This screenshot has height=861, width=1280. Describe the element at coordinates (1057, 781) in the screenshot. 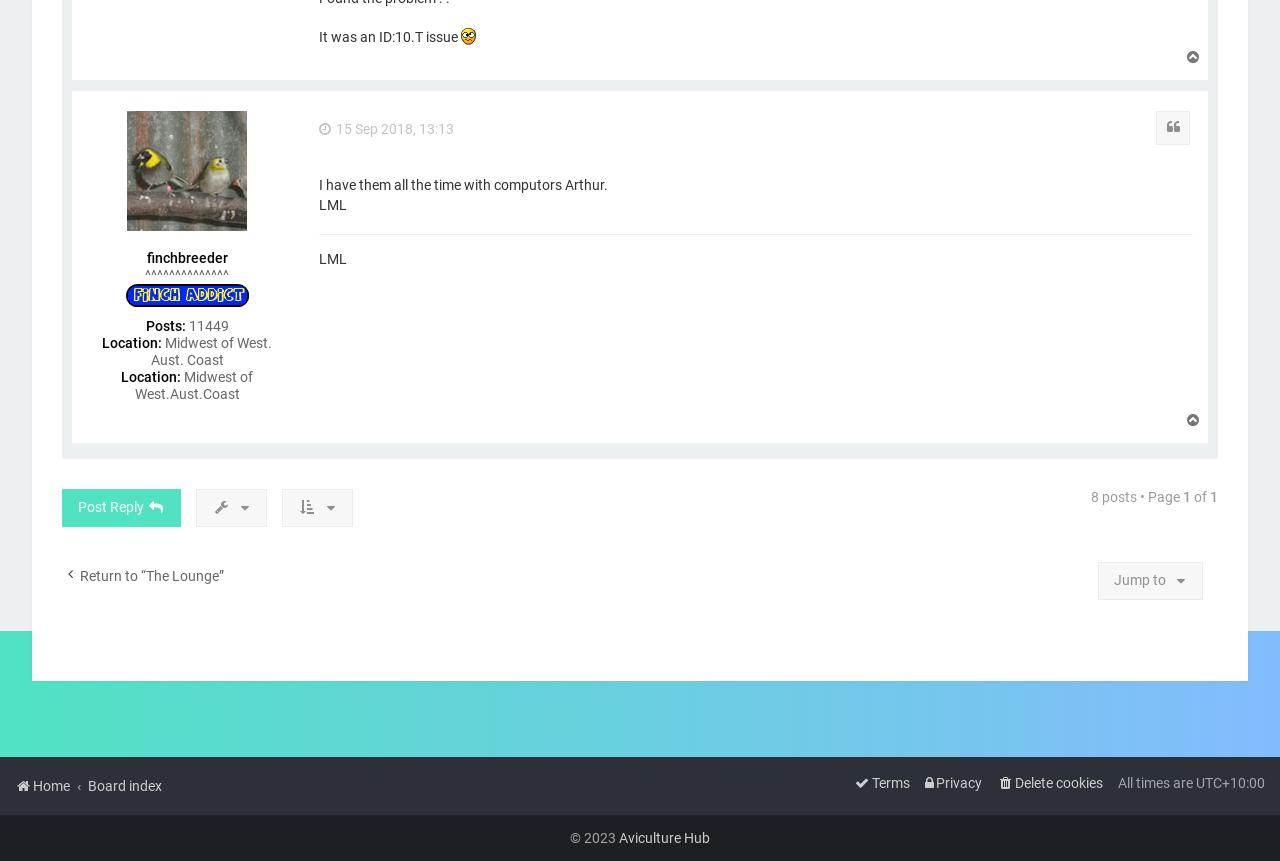

I see `'Delete cookies'` at that location.